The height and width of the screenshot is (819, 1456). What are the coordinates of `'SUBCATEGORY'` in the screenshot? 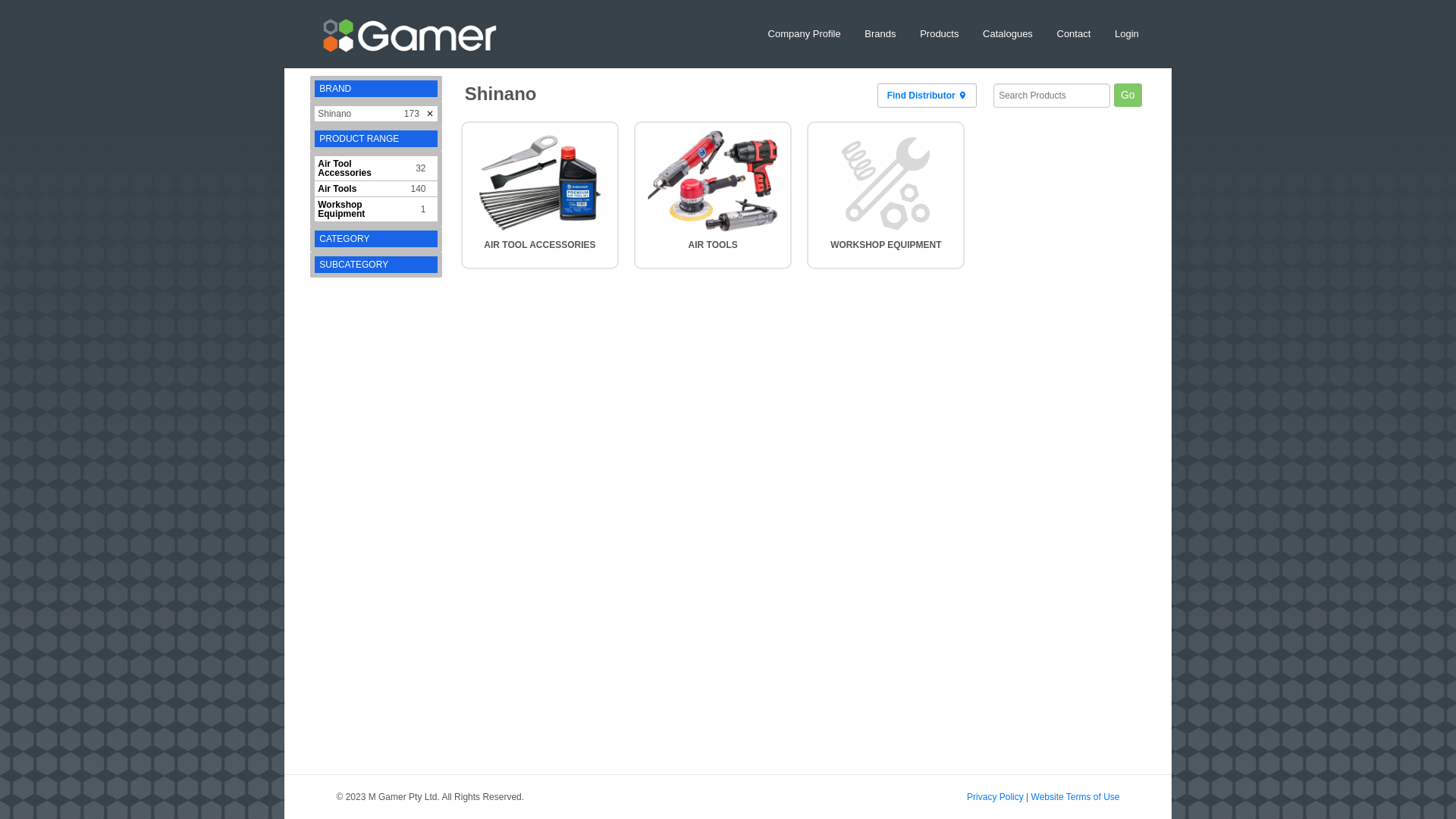 It's located at (353, 263).